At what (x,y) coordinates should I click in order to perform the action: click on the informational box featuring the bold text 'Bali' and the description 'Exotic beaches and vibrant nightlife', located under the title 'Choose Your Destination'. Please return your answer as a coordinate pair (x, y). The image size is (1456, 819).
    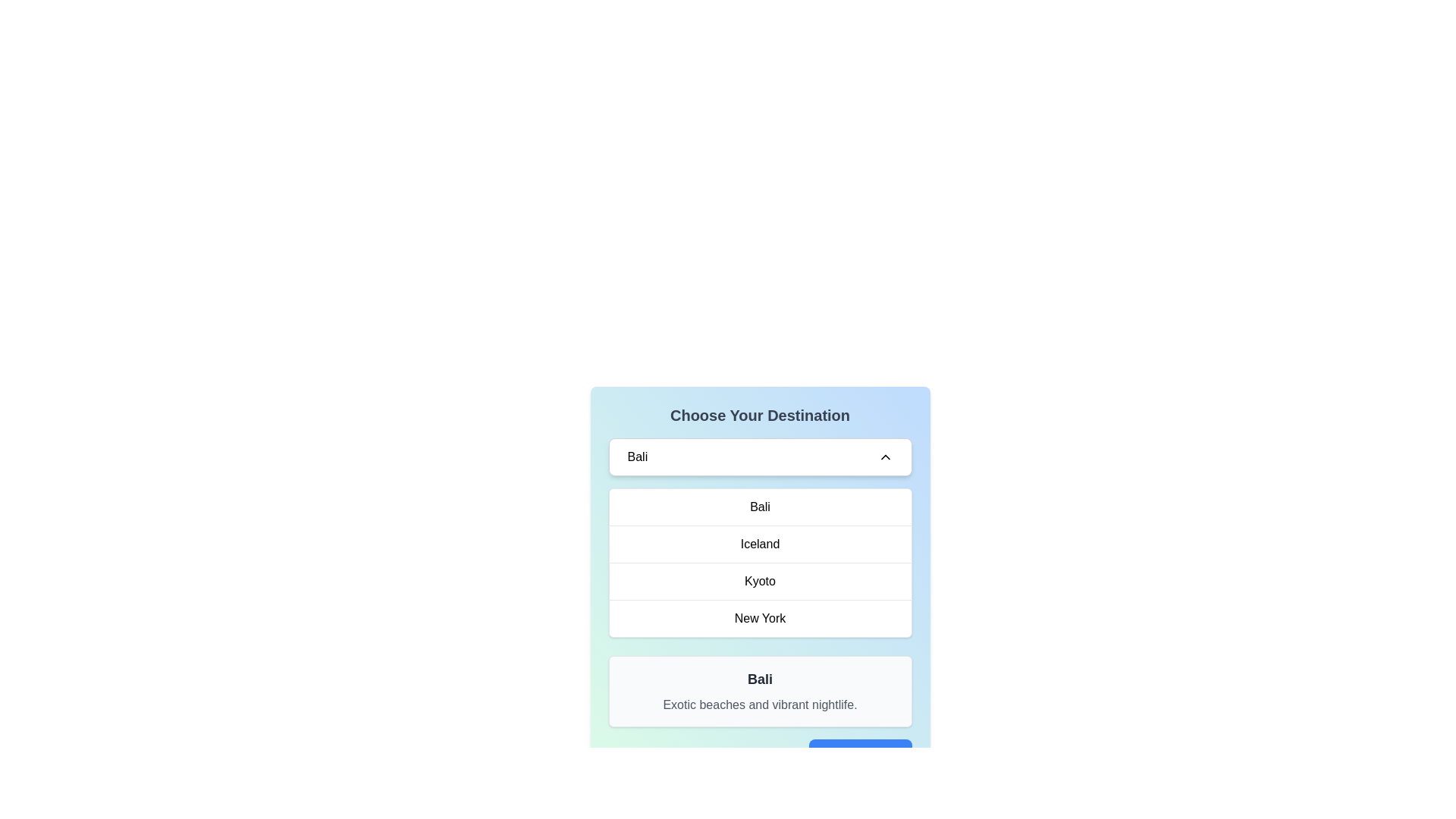
    Looking at the image, I should click on (760, 691).